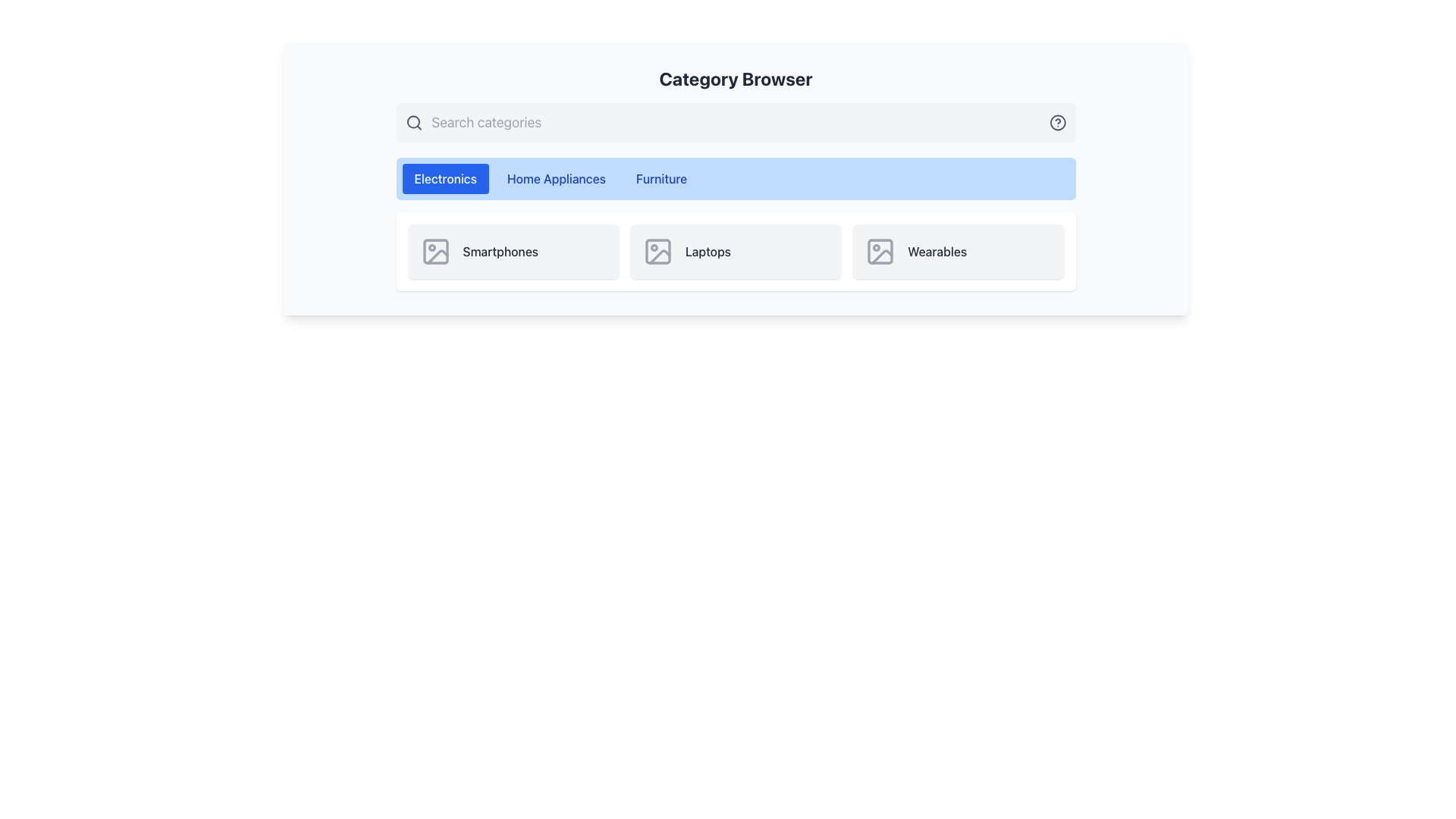 The image size is (1456, 819). Describe the element at coordinates (413, 122) in the screenshot. I see `the magnifying glass icon located at the leftmost side of the header section, adjacent to the 'Search categories' text input field` at that location.